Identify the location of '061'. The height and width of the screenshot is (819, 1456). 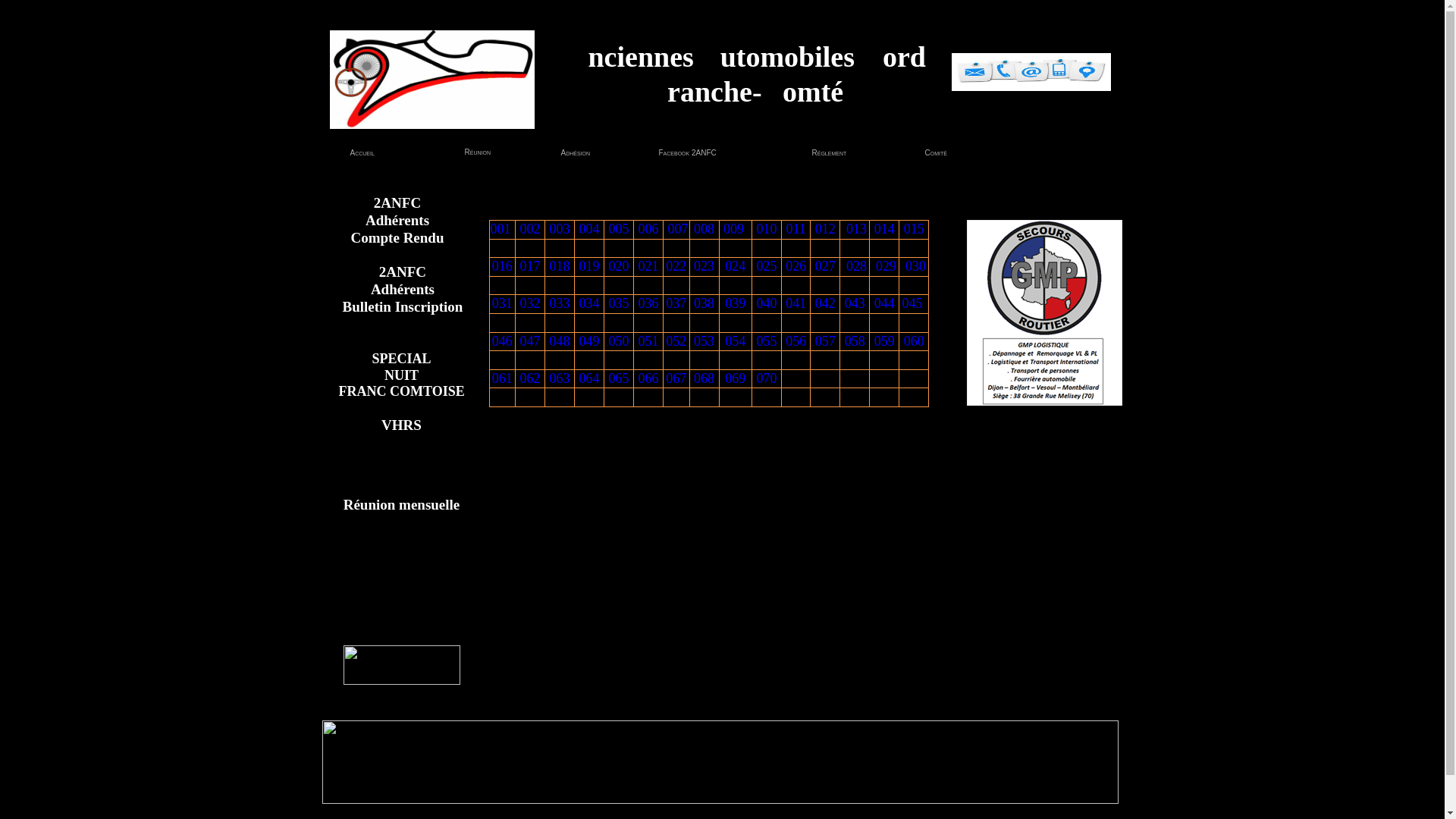
(502, 377).